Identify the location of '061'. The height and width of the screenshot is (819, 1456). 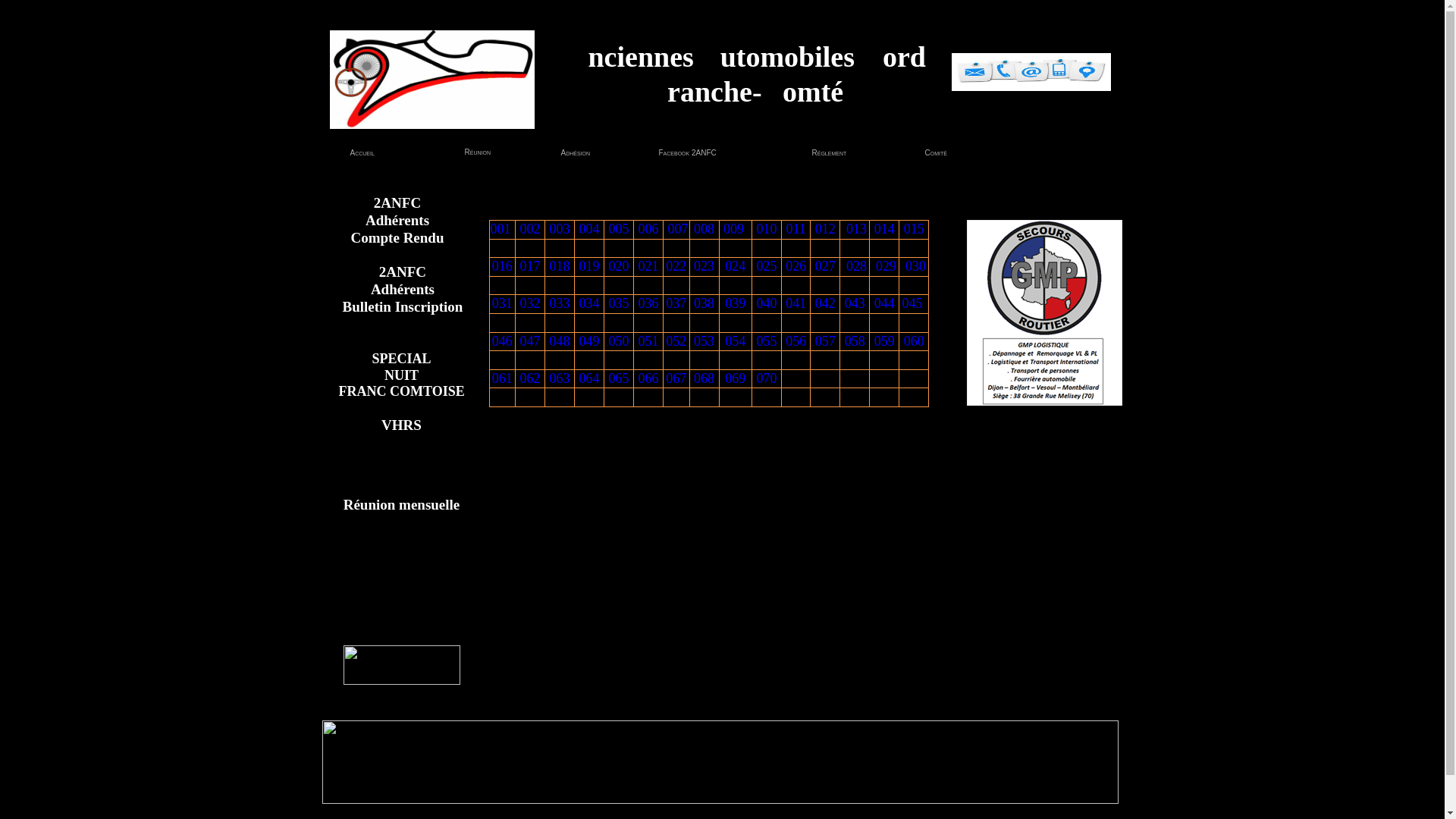
(502, 377).